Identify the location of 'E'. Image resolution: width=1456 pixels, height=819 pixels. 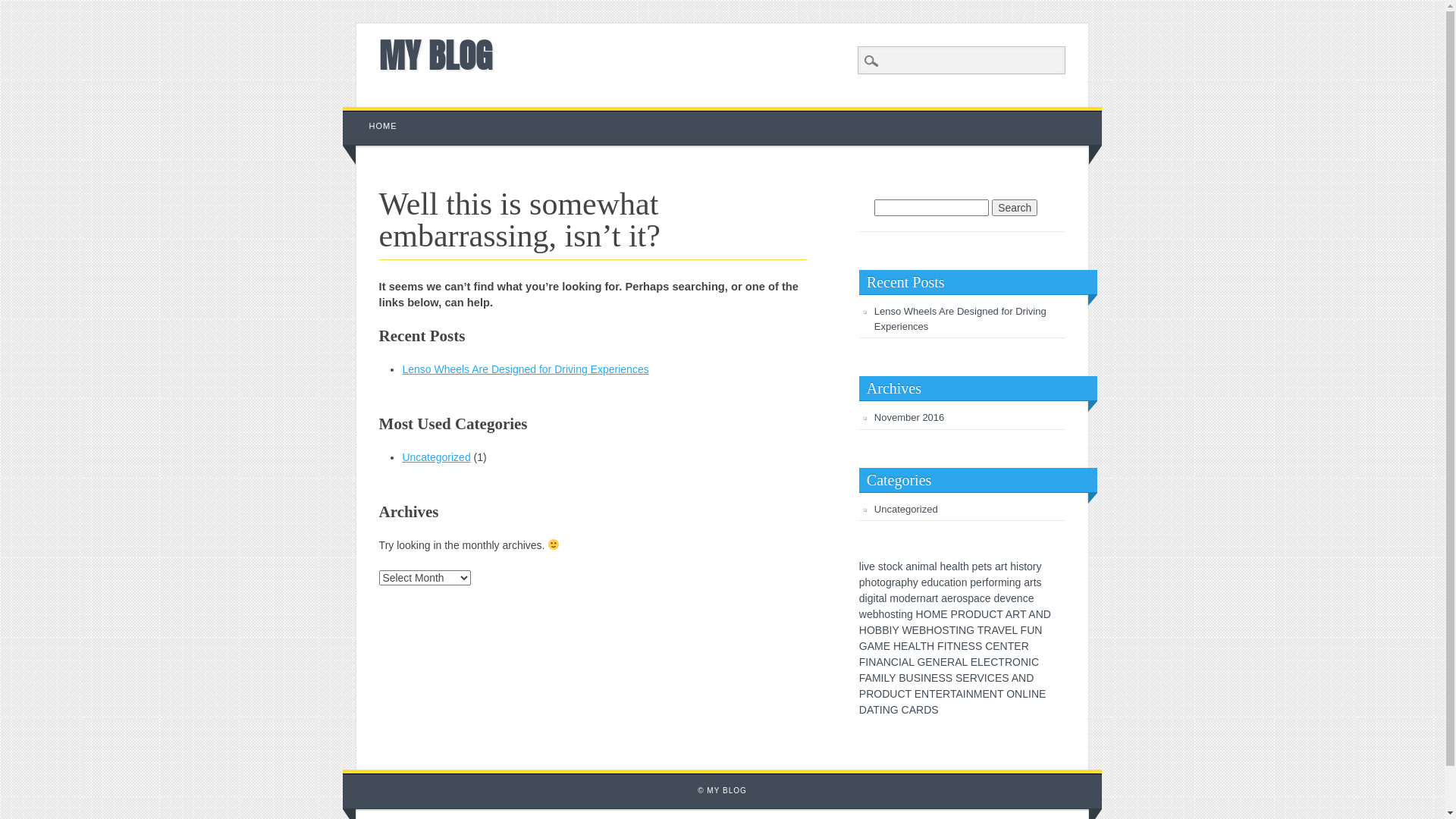
(998, 677).